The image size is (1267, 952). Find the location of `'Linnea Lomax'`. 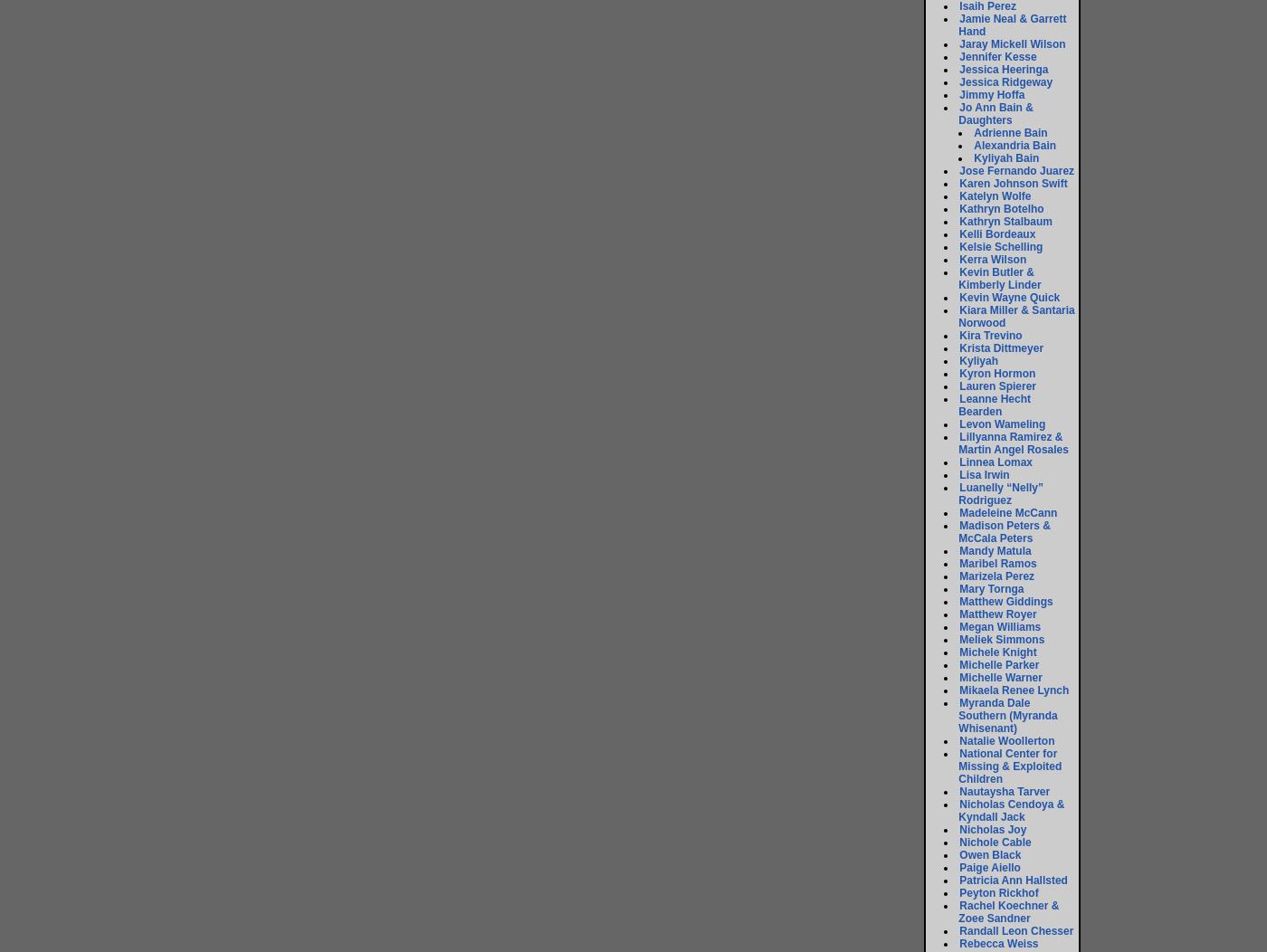

'Linnea Lomax' is located at coordinates (958, 461).